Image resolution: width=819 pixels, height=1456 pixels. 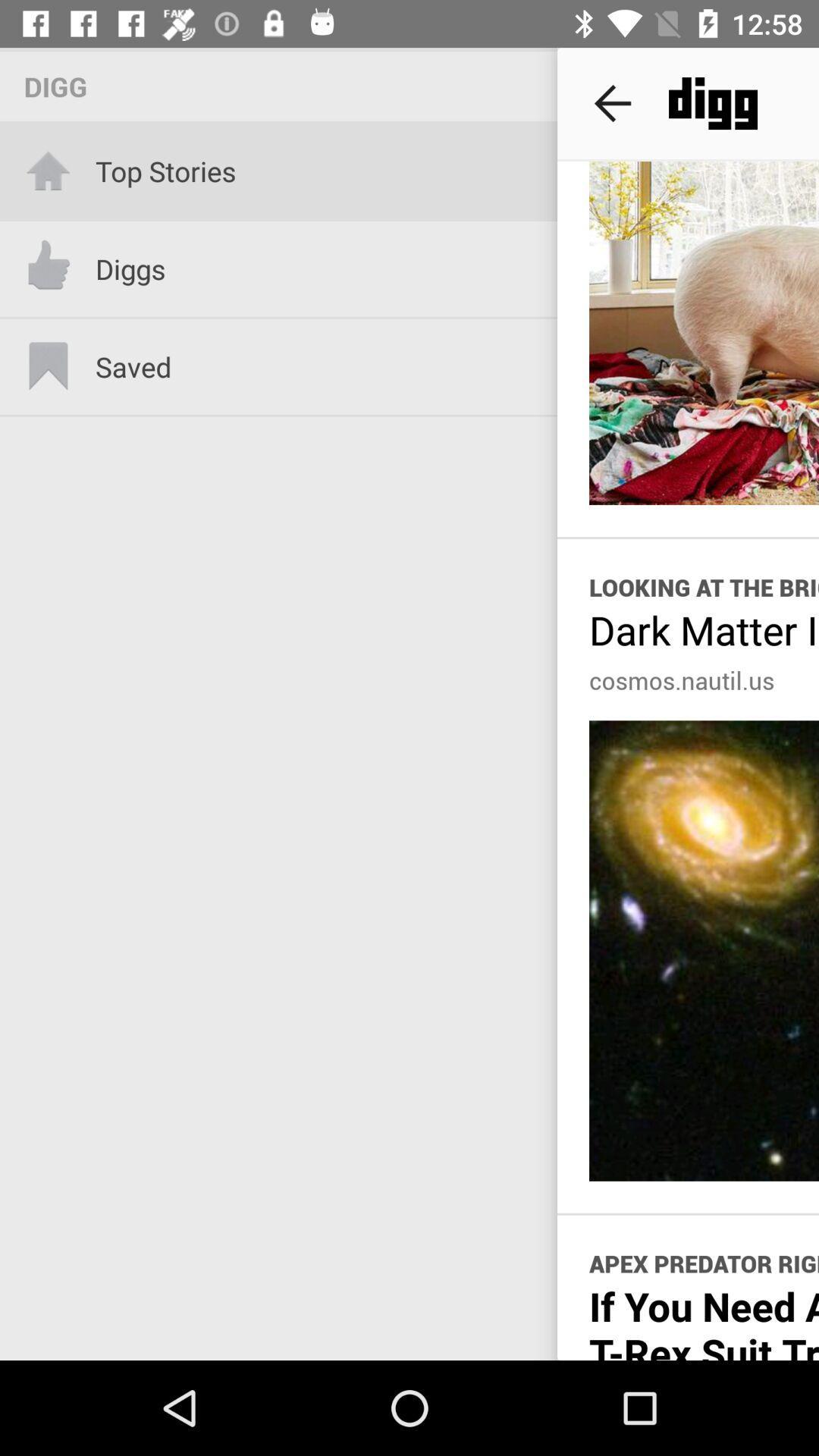 I want to click on icon above if you need, so click(x=704, y=1263).